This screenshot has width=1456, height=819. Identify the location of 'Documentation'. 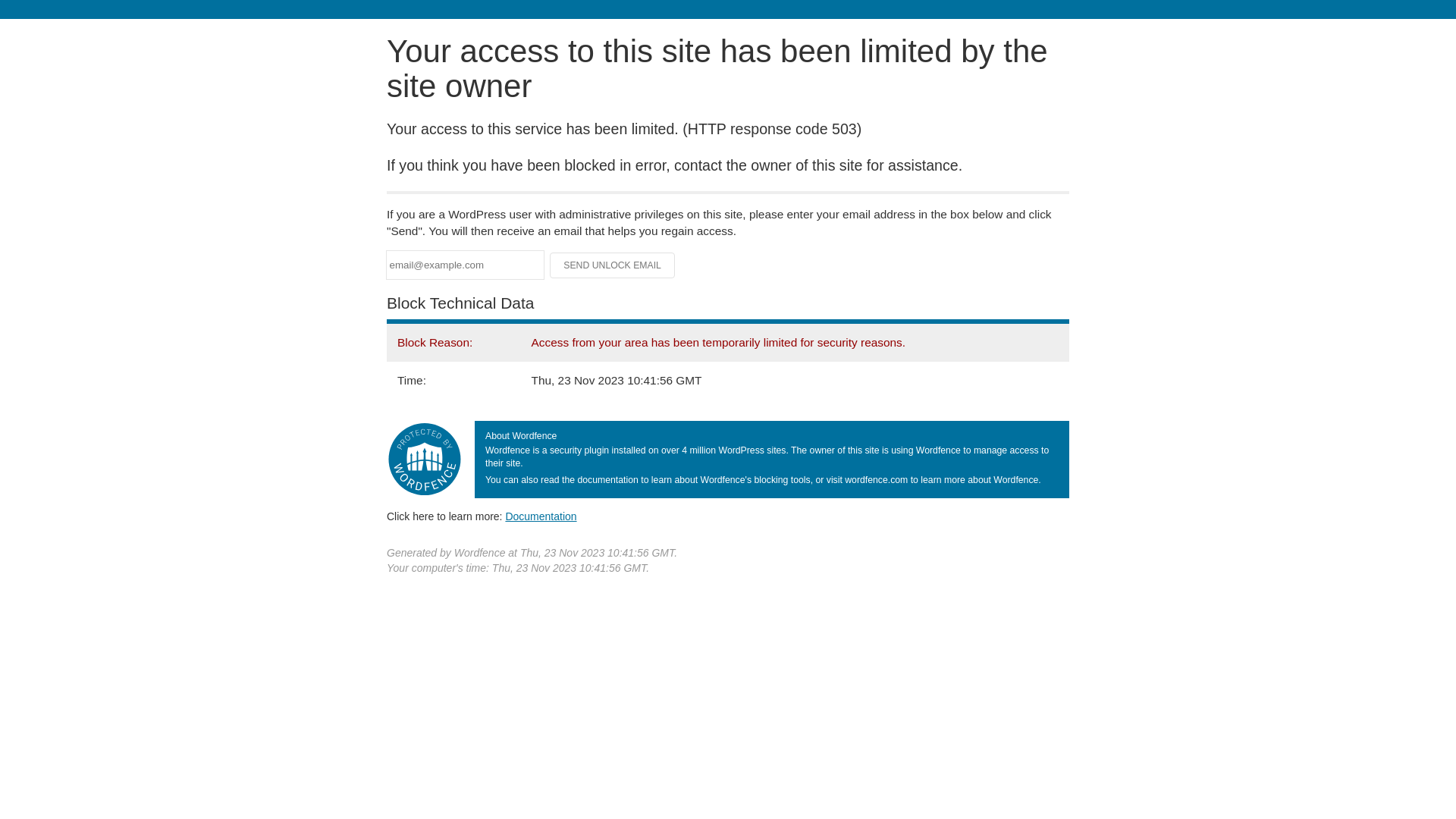
(541, 516).